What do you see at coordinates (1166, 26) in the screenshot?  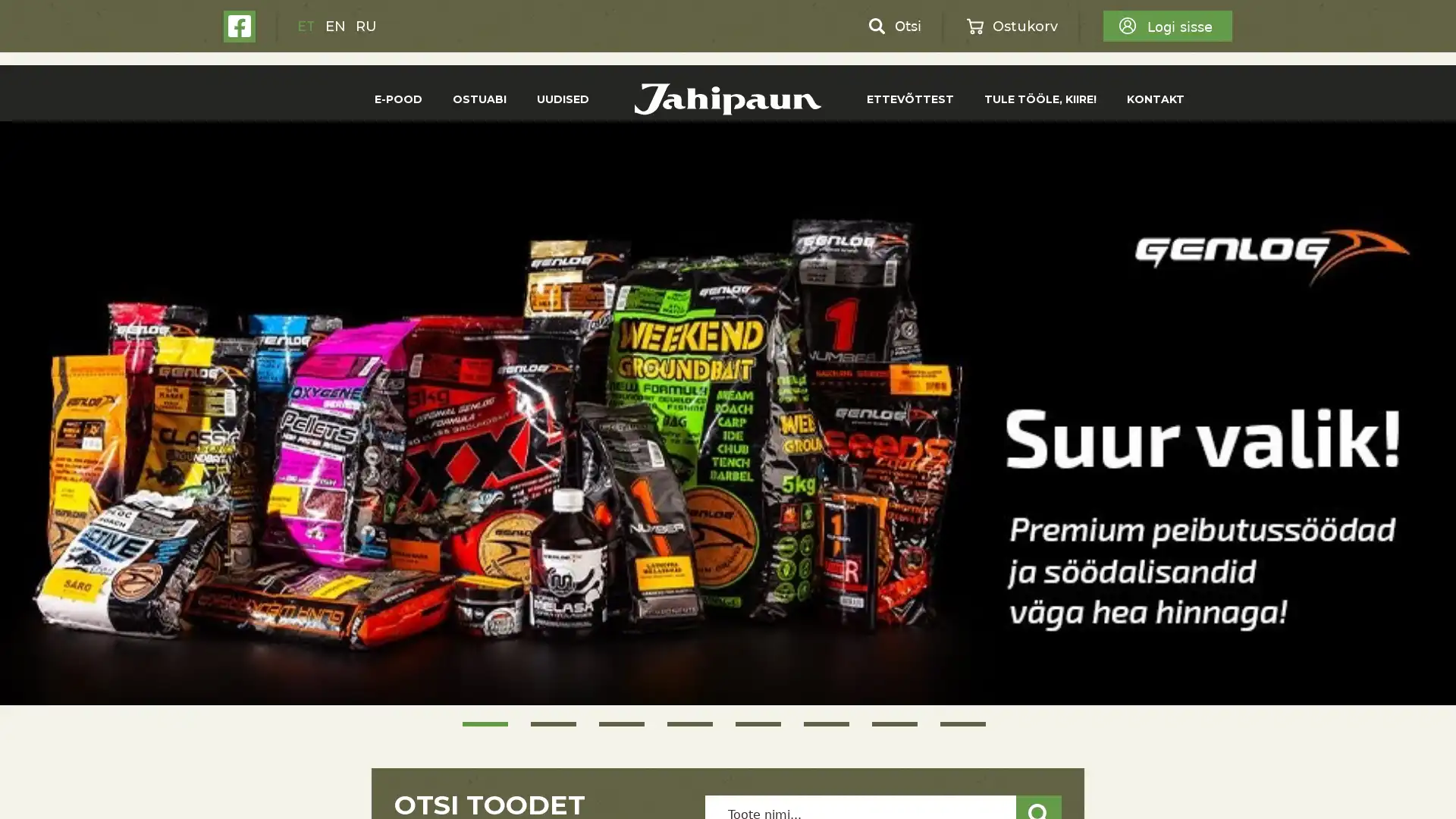 I see `Logi sisse` at bounding box center [1166, 26].